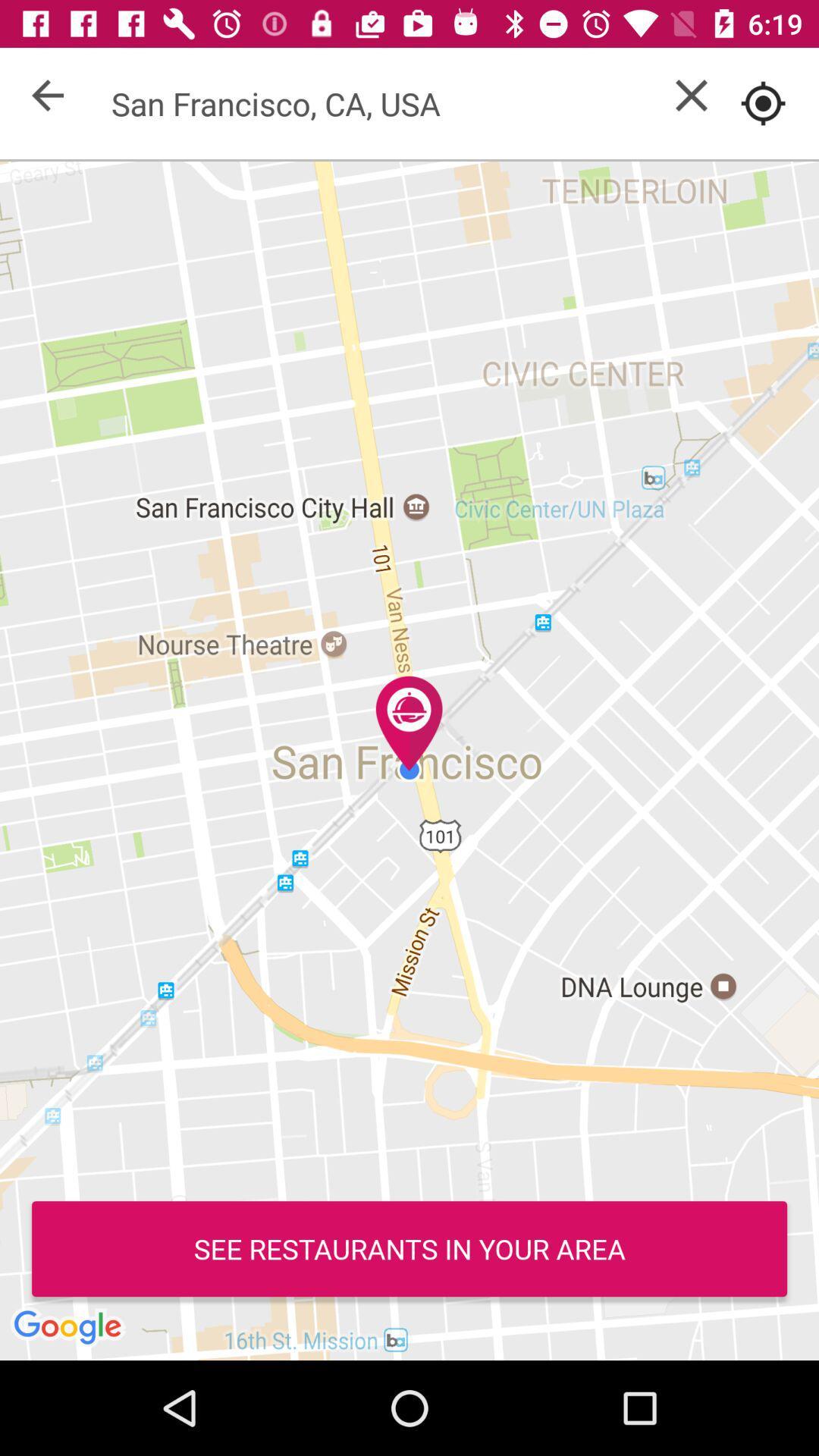  What do you see at coordinates (46, 94) in the screenshot?
I see `the arrow_backward icon` at bounding box center [46, 94].